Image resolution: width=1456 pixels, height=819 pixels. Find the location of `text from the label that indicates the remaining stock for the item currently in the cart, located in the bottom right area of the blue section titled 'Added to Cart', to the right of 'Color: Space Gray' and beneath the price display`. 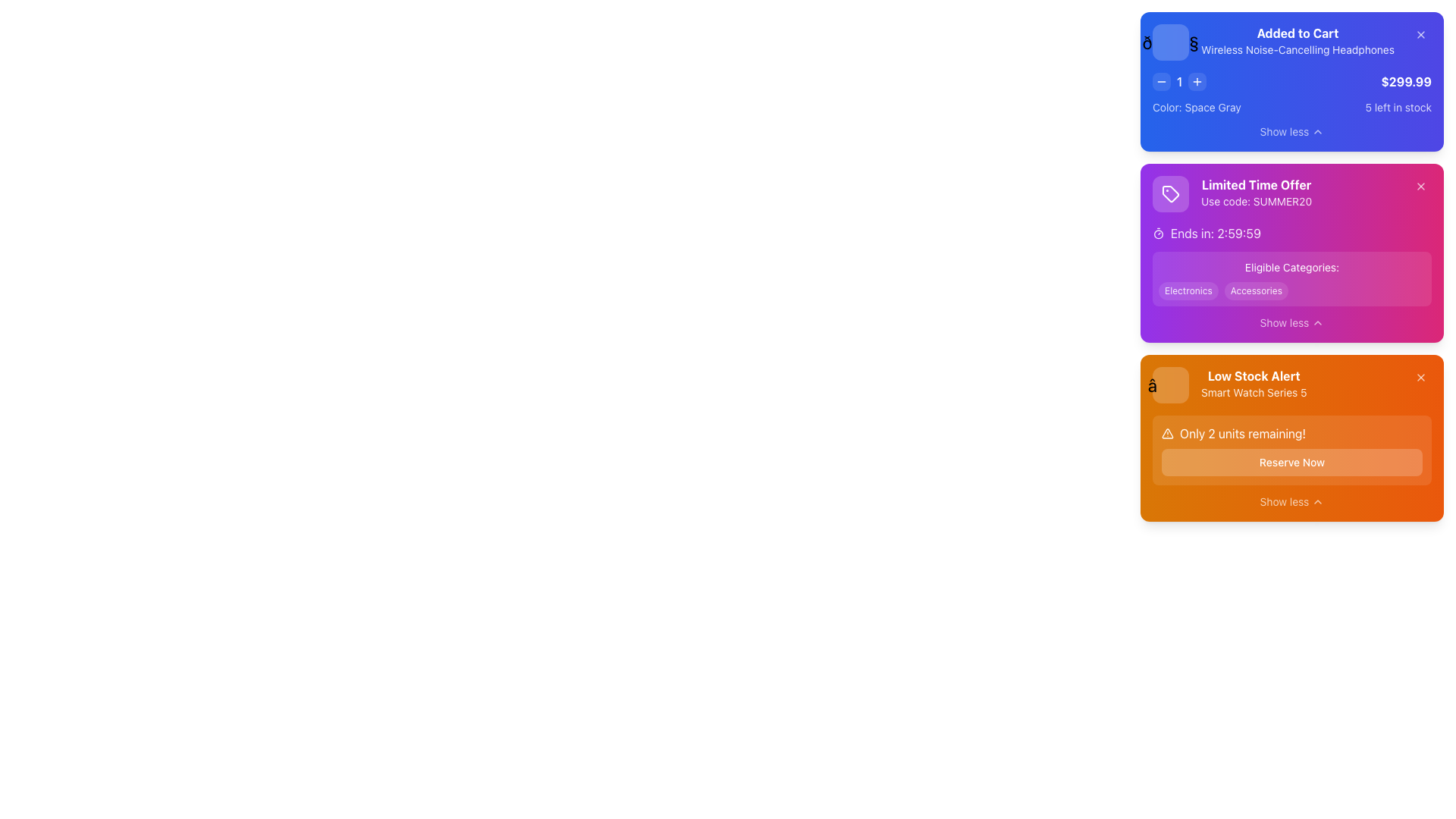

text from the label that indicates the remaining stock for the item currently in the cart, located in the bottom right area of the blue section titled 'Added to Cart', to the right of 'Color: Space Gray' and beneath the price display is located at coordinates (1398, 107).